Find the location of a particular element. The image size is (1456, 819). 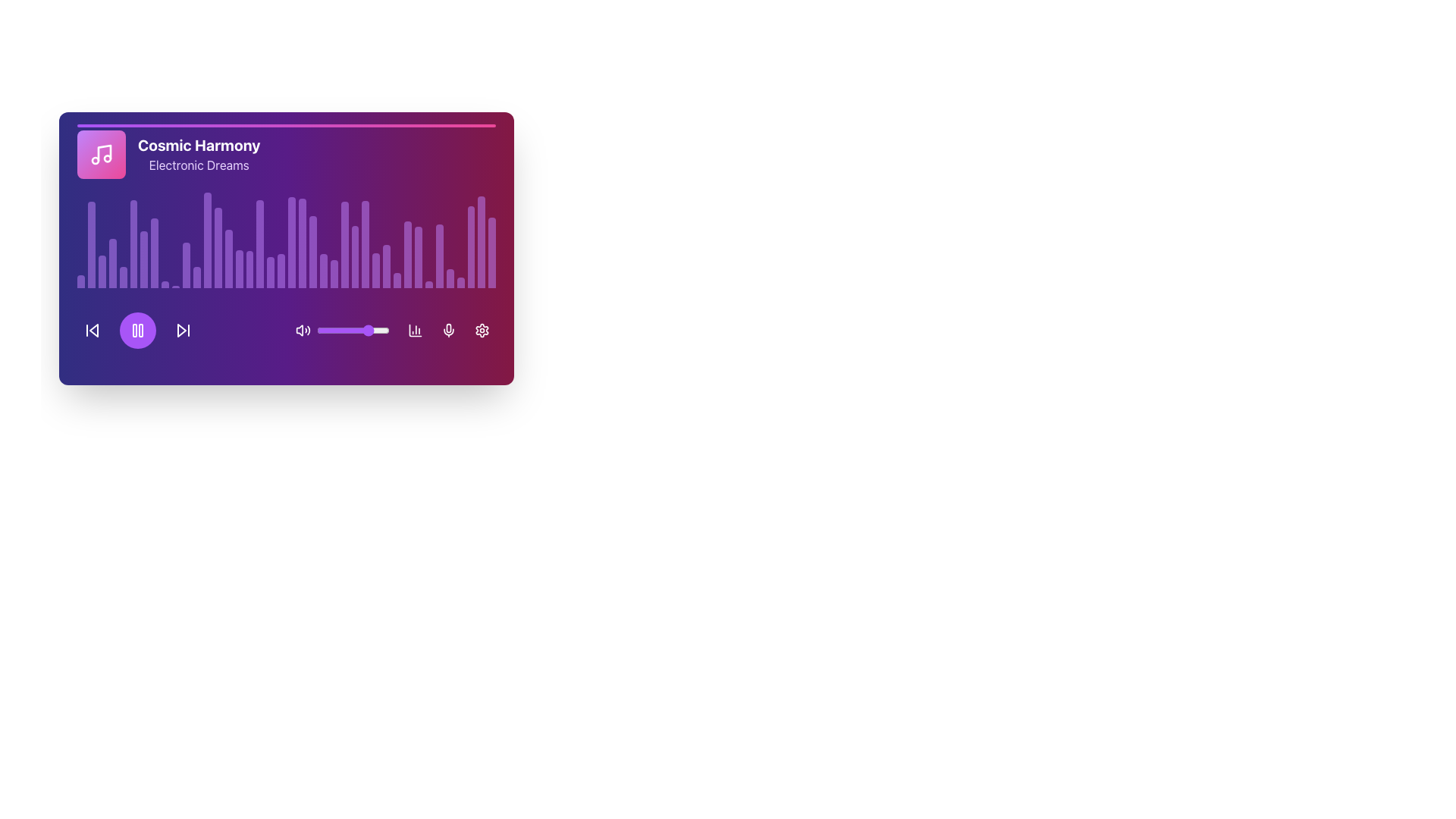

the value of the slider is located at coordinates (325, 329).